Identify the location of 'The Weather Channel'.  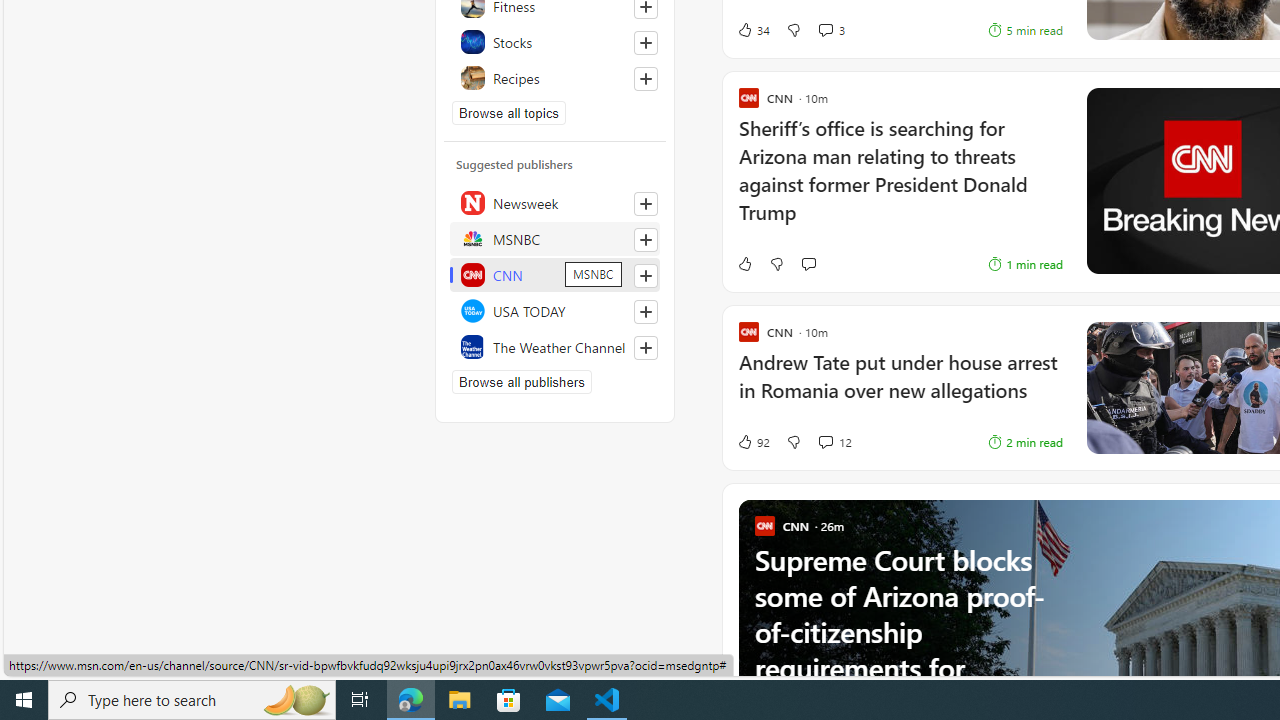
(555, 346).